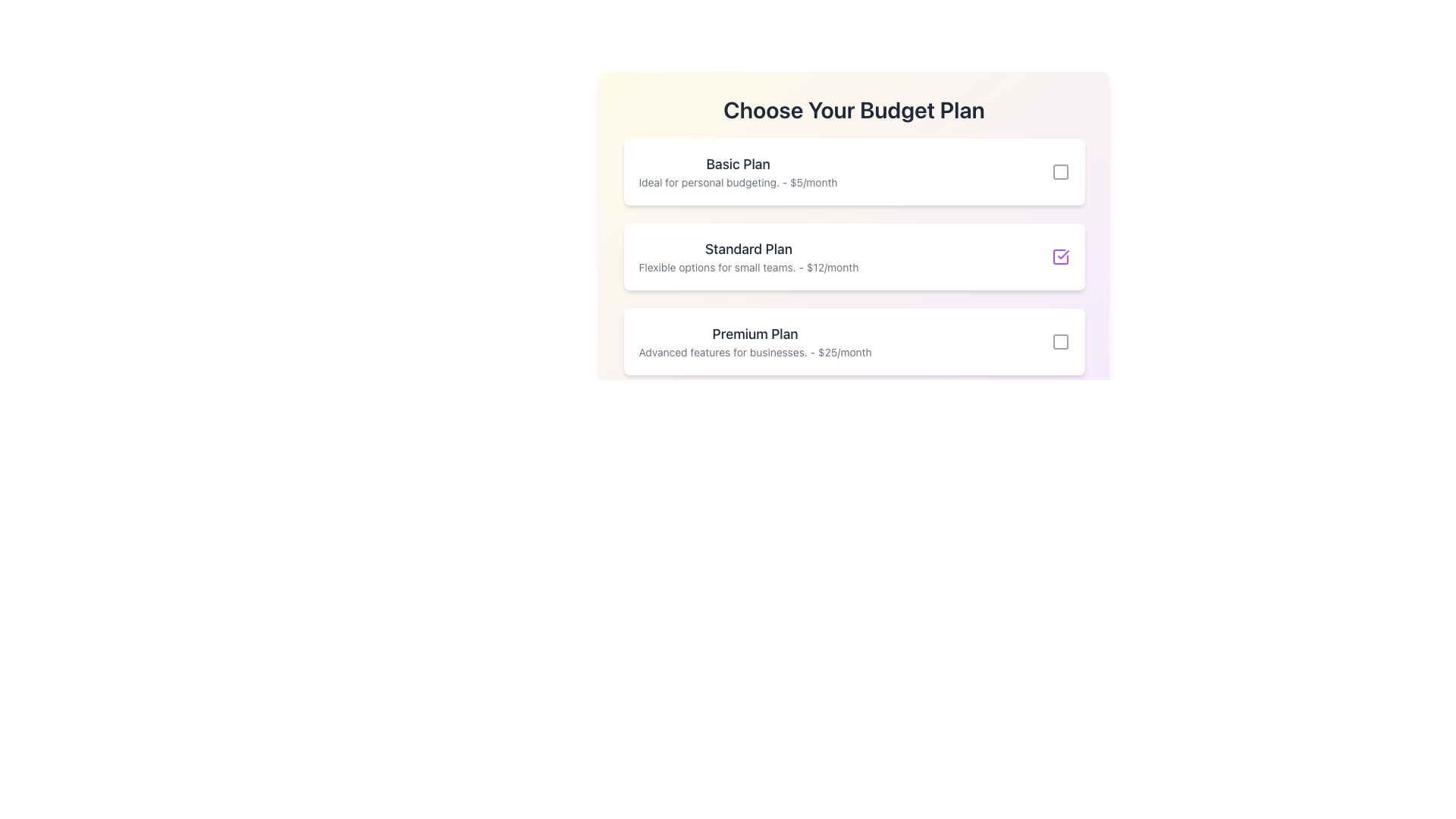 This screenshot has width=1456, height=819. What do you see at coordinates (854, 256) in the screenshot?
I see `the 'Standard Plan' selectable list item` at bounding box center [854, 256].